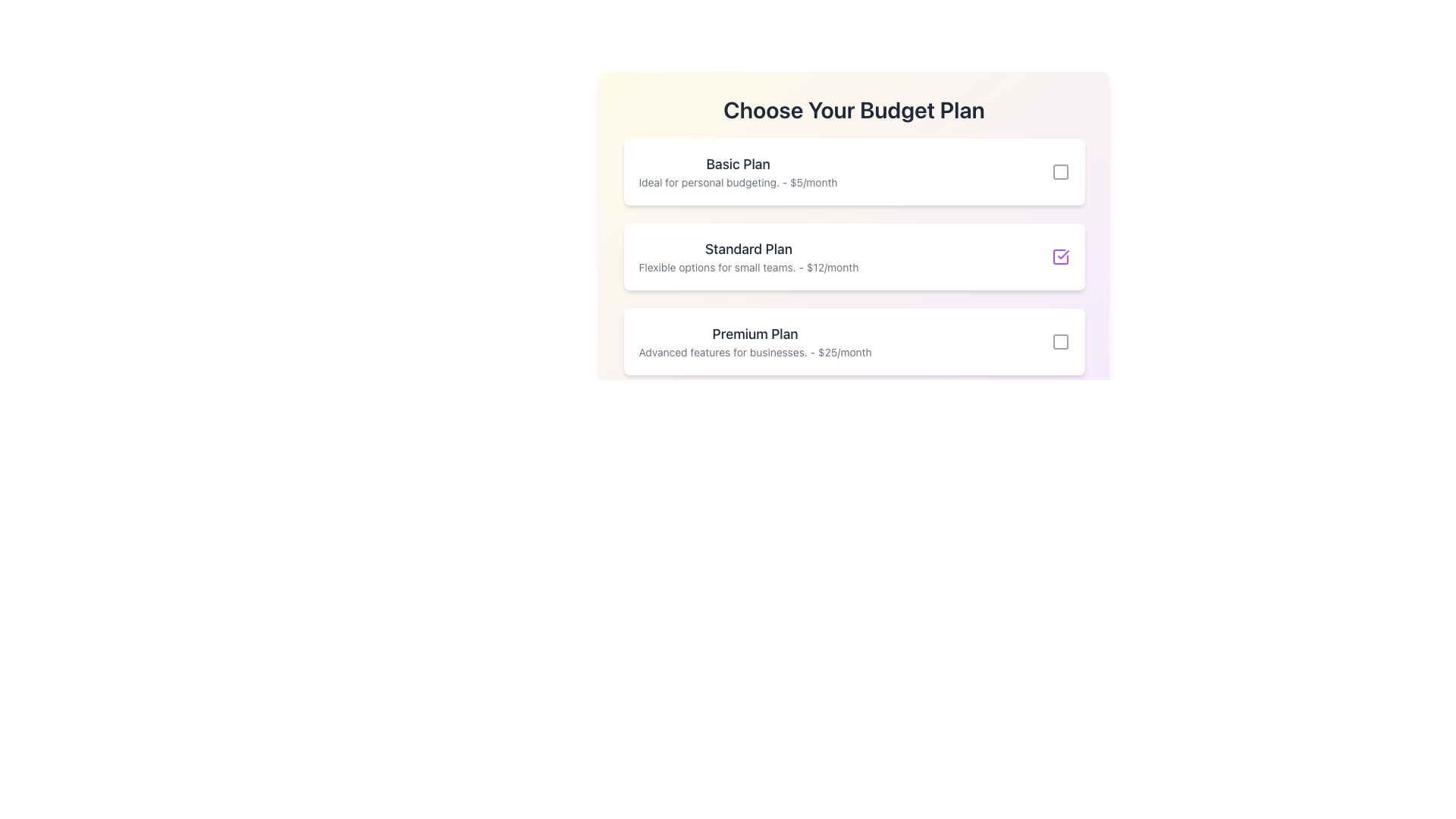 This screenshot has width=1456, height=819. What do you see at coordinates (854, 256) in the screenshot?
I see `the 'Standard Plan' selectable list item` at bounding box center [854, 256].